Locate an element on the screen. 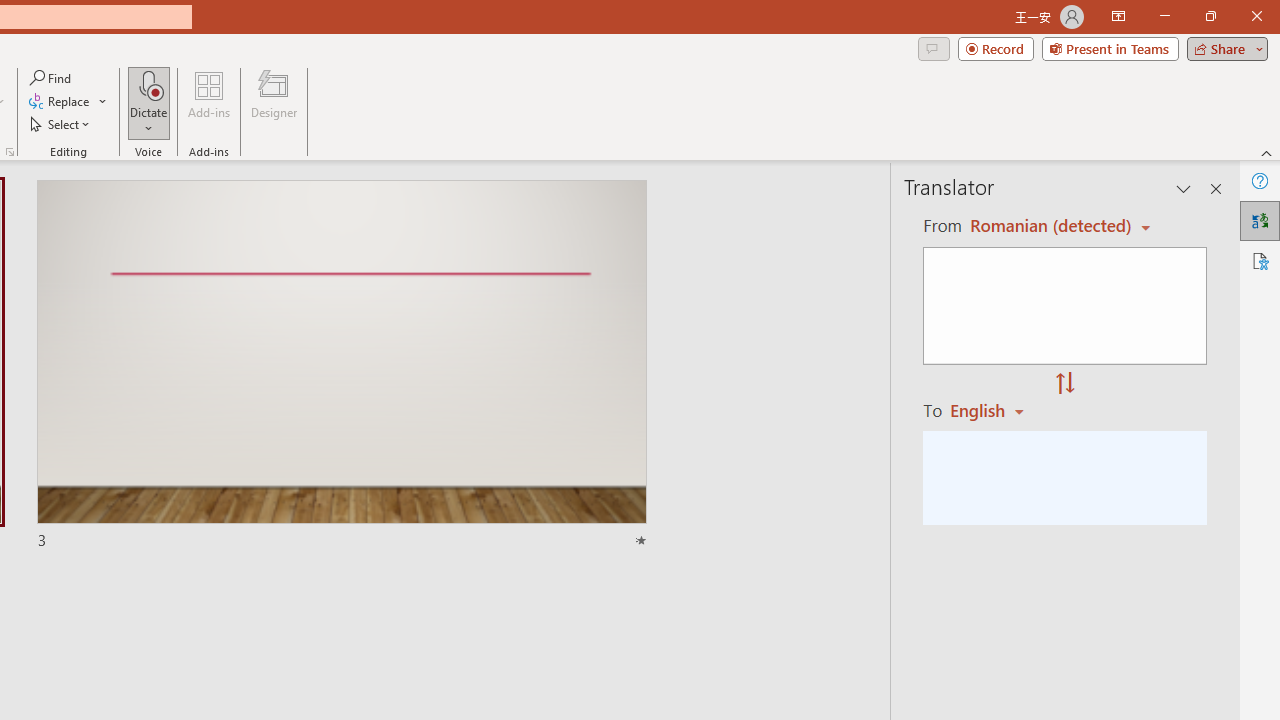 This screenshot has width=1280, height=720. 'Czech (detected)' is located at coordinates (1046, 225).